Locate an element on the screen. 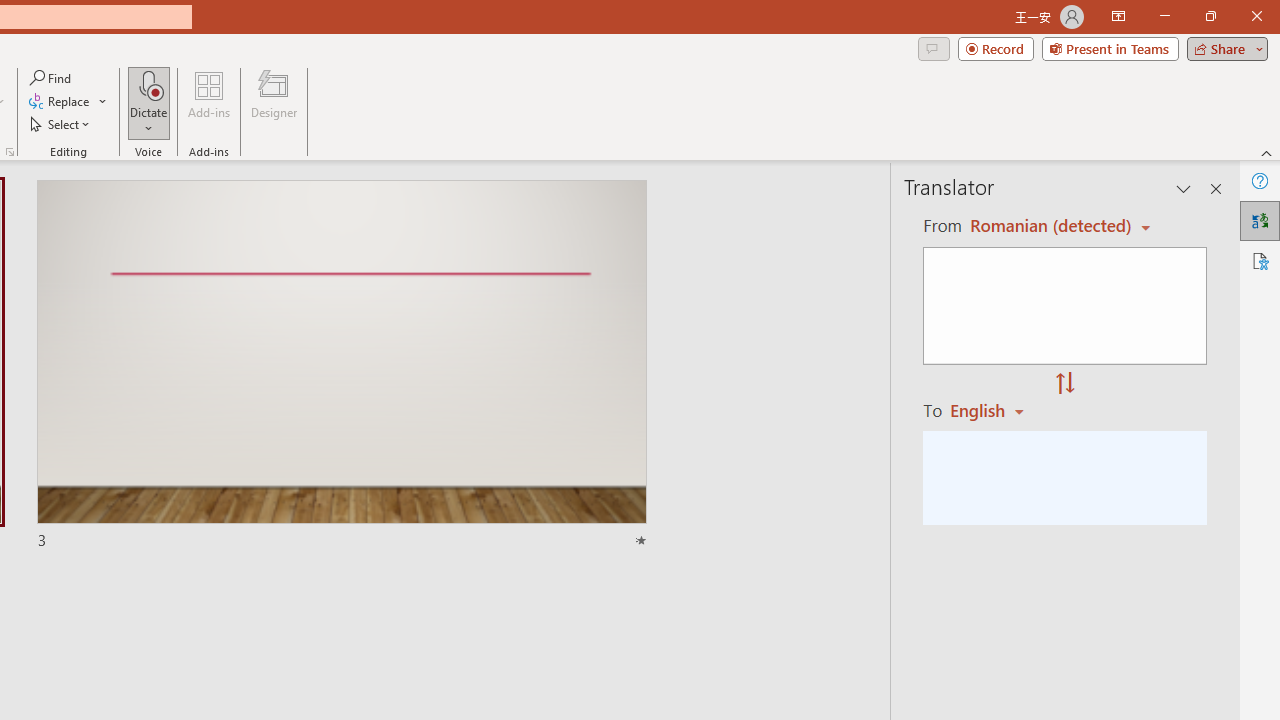 This screenshot has width=1280, height=720. 'Czech (detected)' is located at coordinates (1046, 225).